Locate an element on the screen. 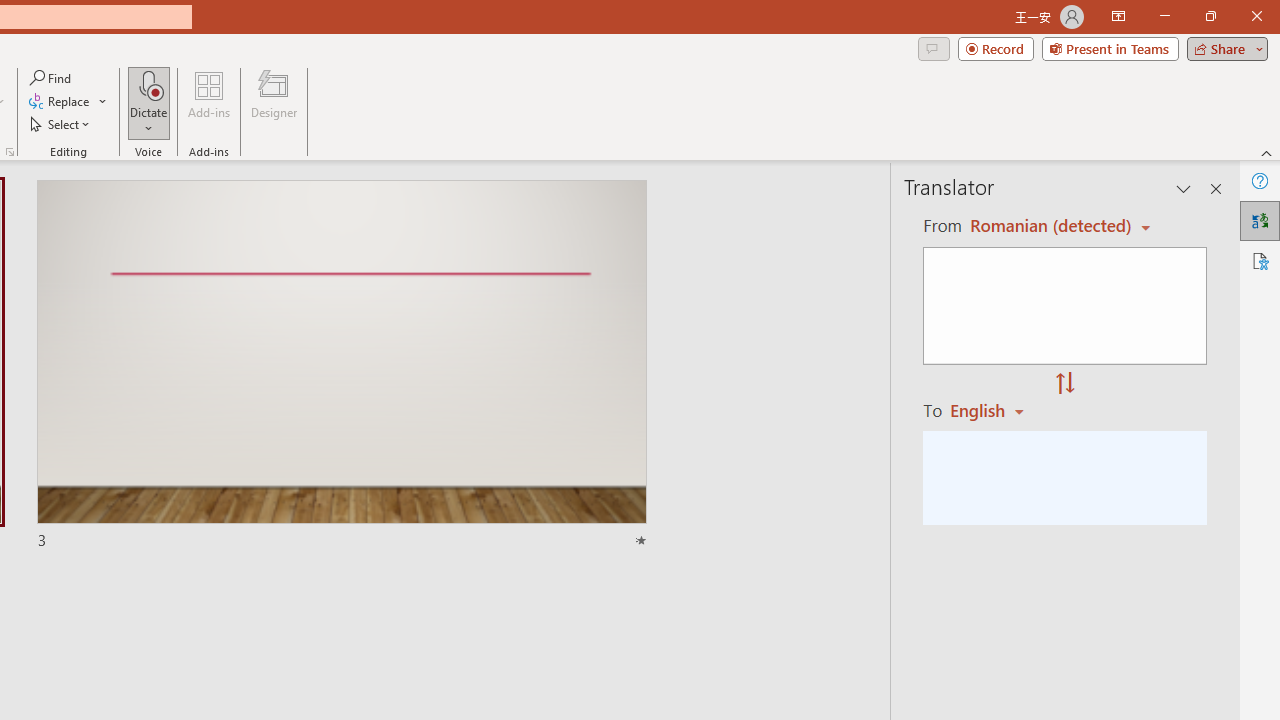 This screenshot has width=1280, height=720. 'Czech (detected)' is located at coordinates (1046, 225).